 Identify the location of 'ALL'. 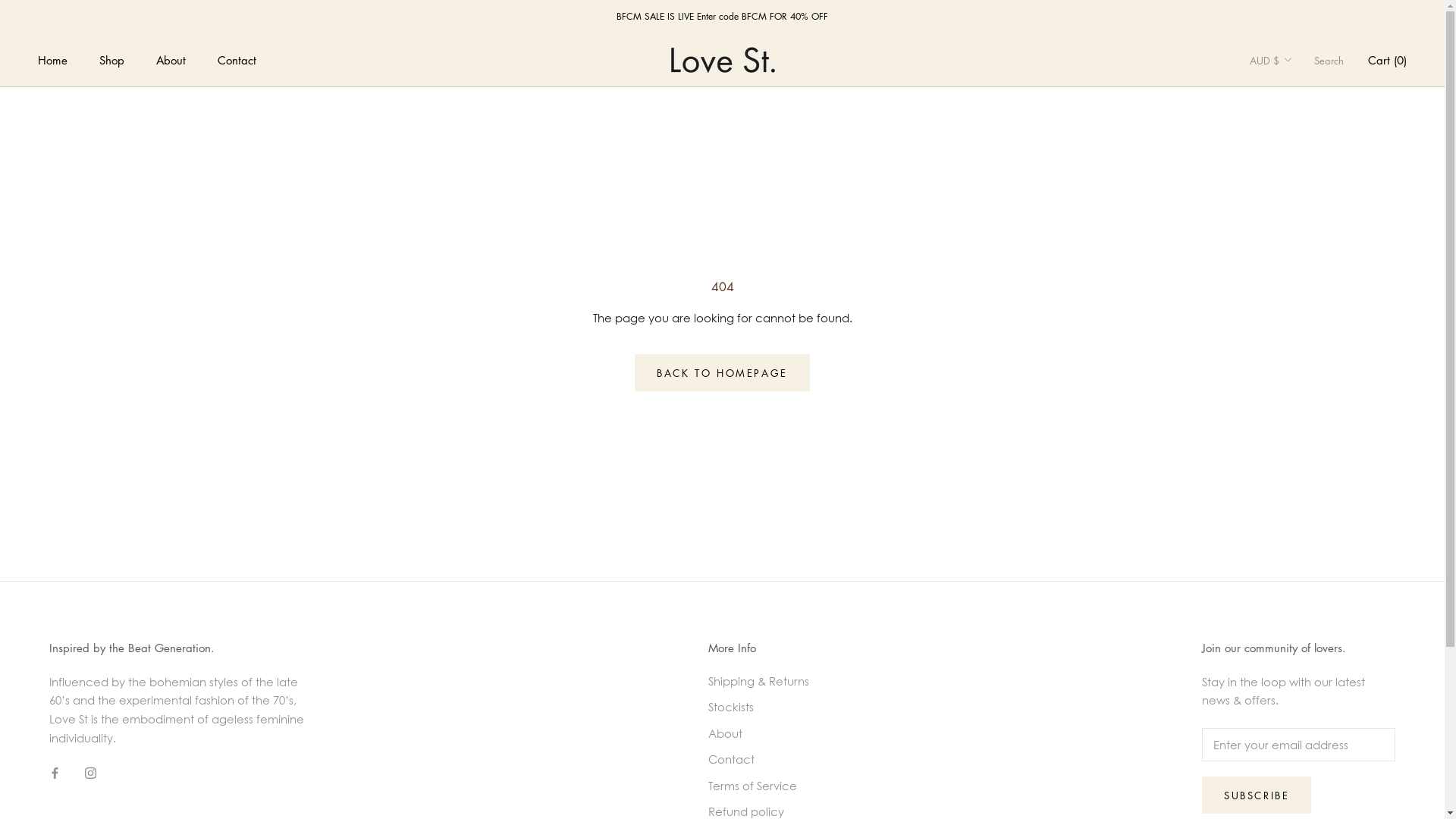
(1294, 143).